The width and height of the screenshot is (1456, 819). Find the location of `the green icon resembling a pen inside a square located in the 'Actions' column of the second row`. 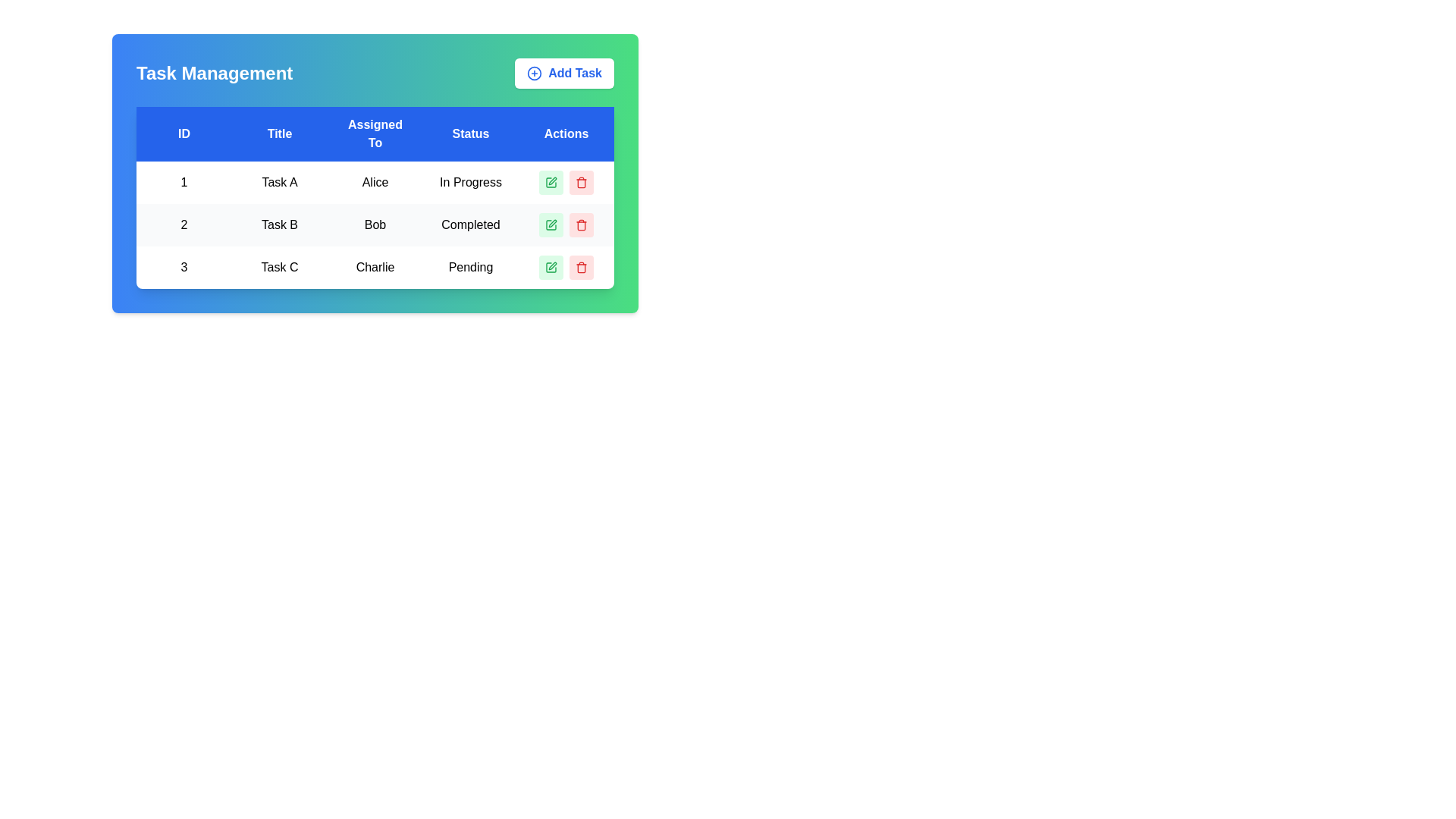

the green icon resembling a pen inside a square located in the 'Actions' column of the second row is located at coordinates (550, 225).